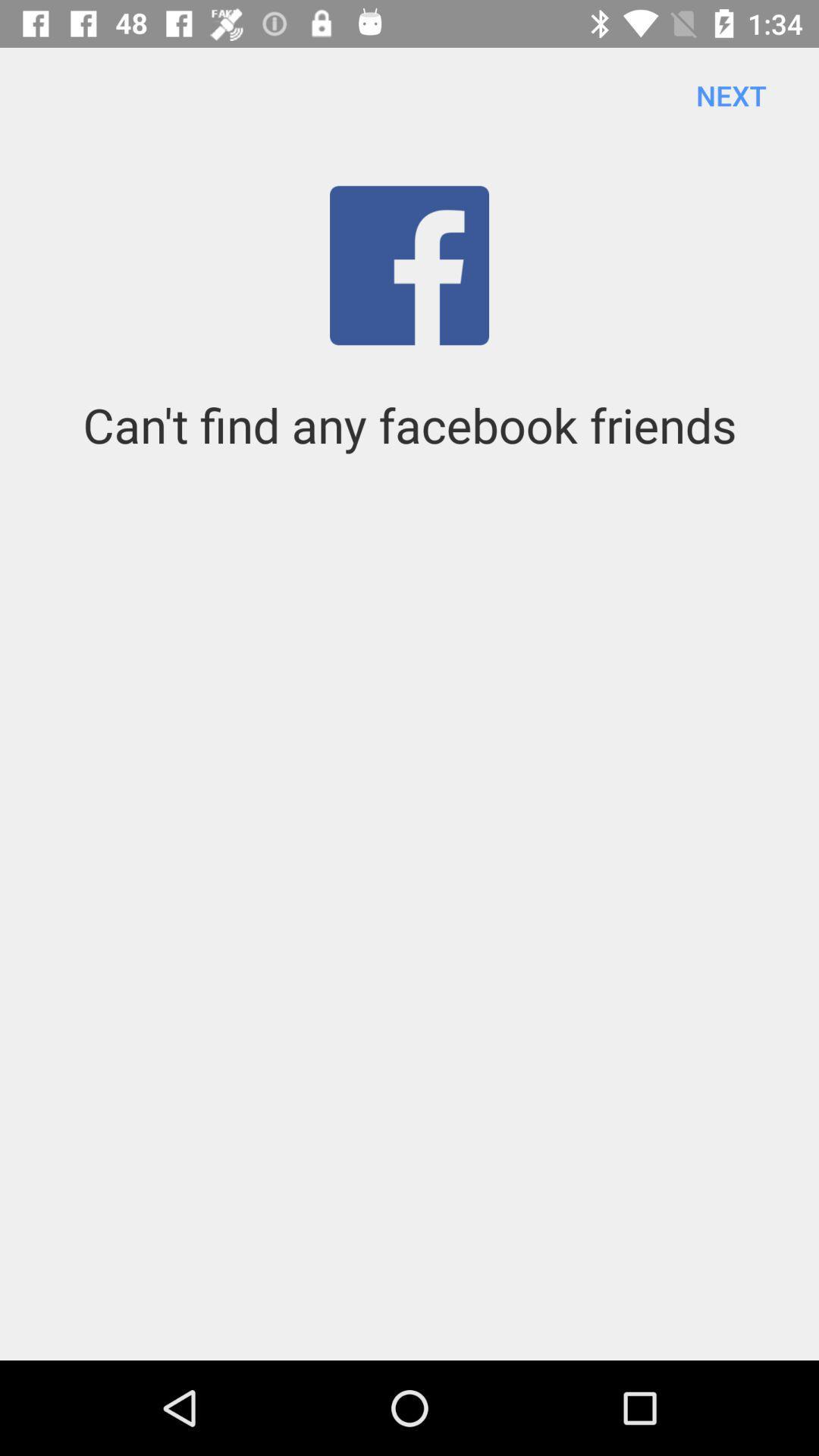 Image resolution: width=819 pixels, height=1456 pixels. Describe the element at coordinates (730, 94) in the screenshot. I see `next icon` at that location.